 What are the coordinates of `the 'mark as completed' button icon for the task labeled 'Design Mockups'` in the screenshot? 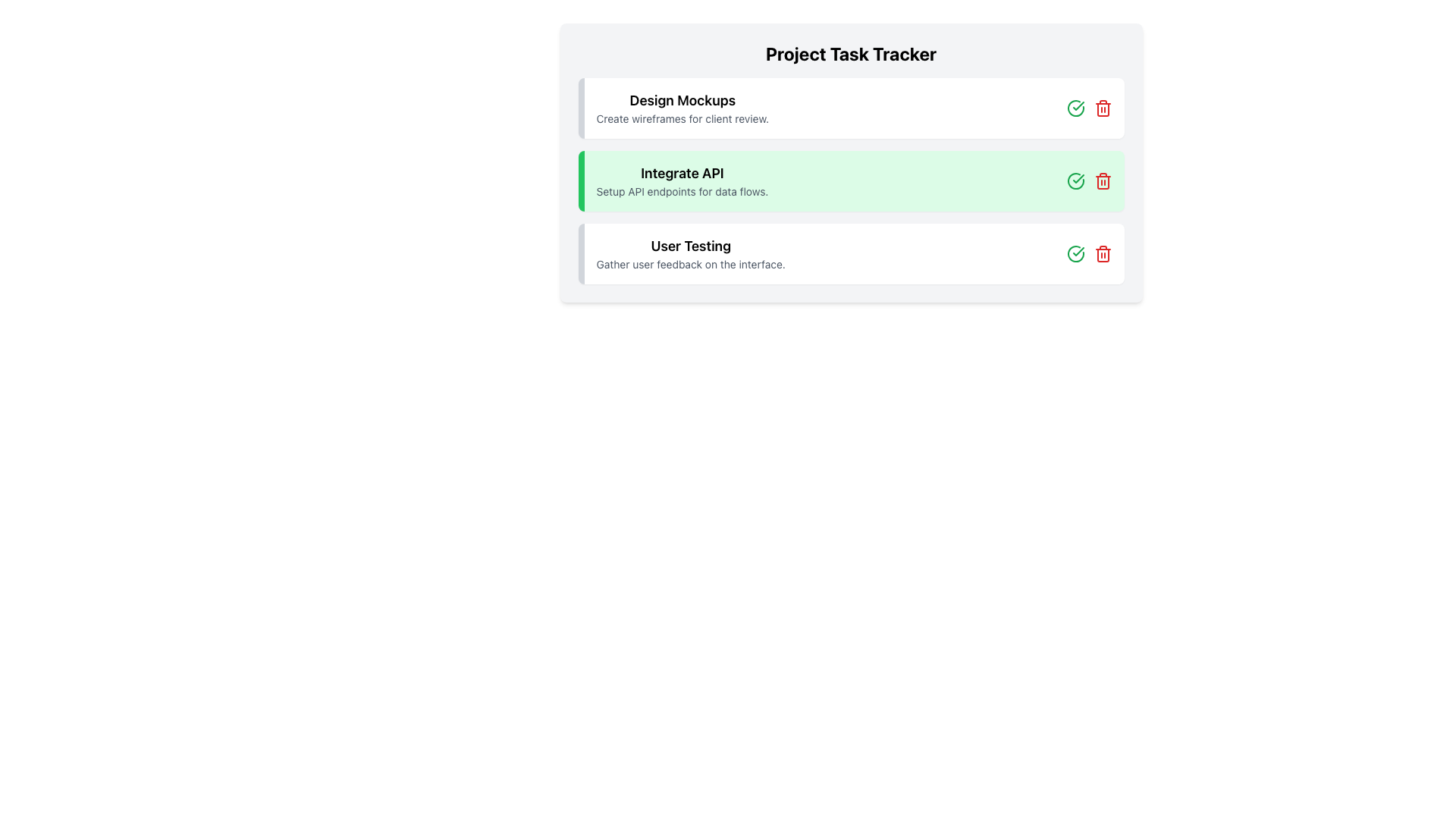 It's located at (1075, 107).